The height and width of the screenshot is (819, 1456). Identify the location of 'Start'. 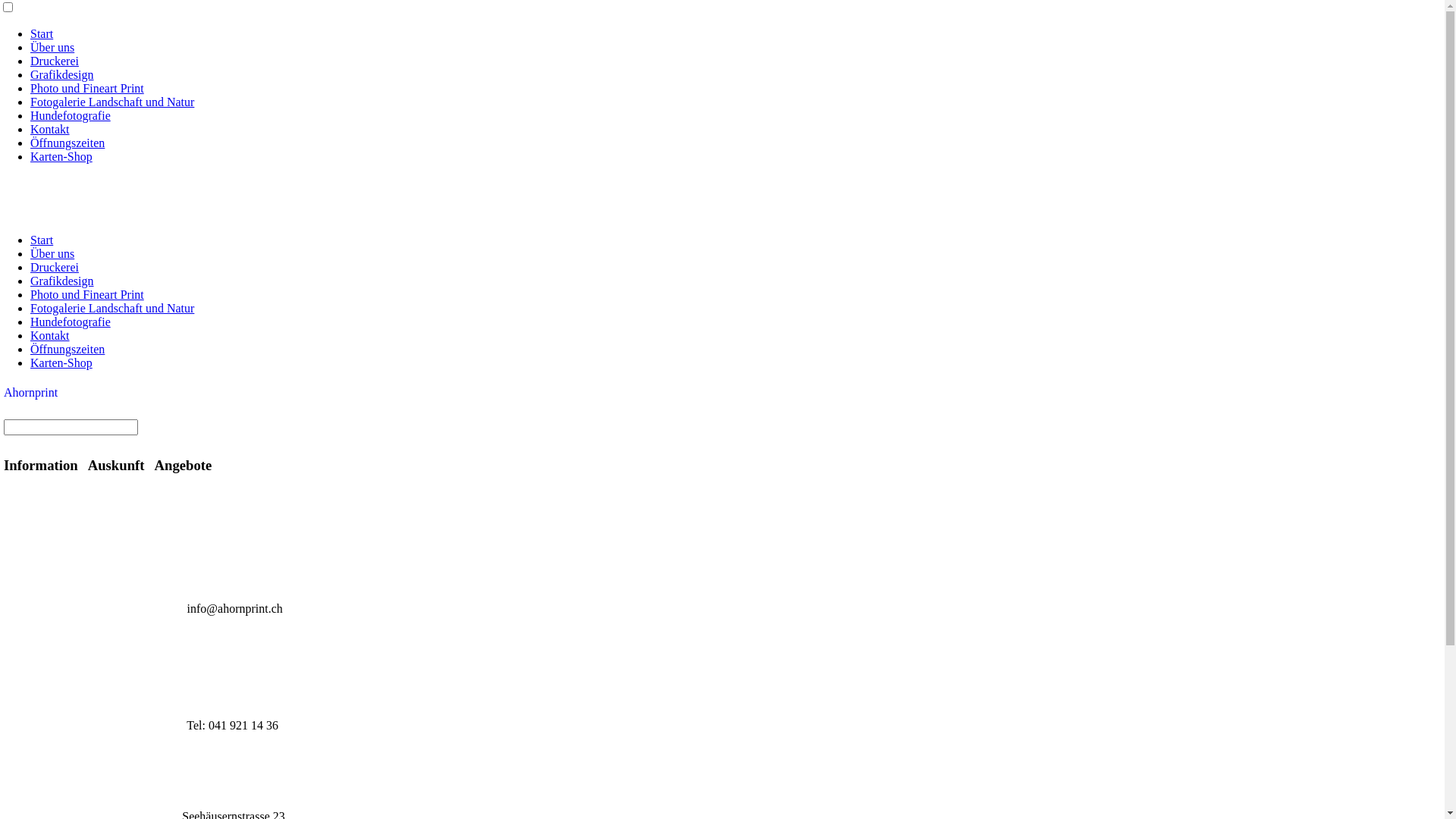
(41, 239).